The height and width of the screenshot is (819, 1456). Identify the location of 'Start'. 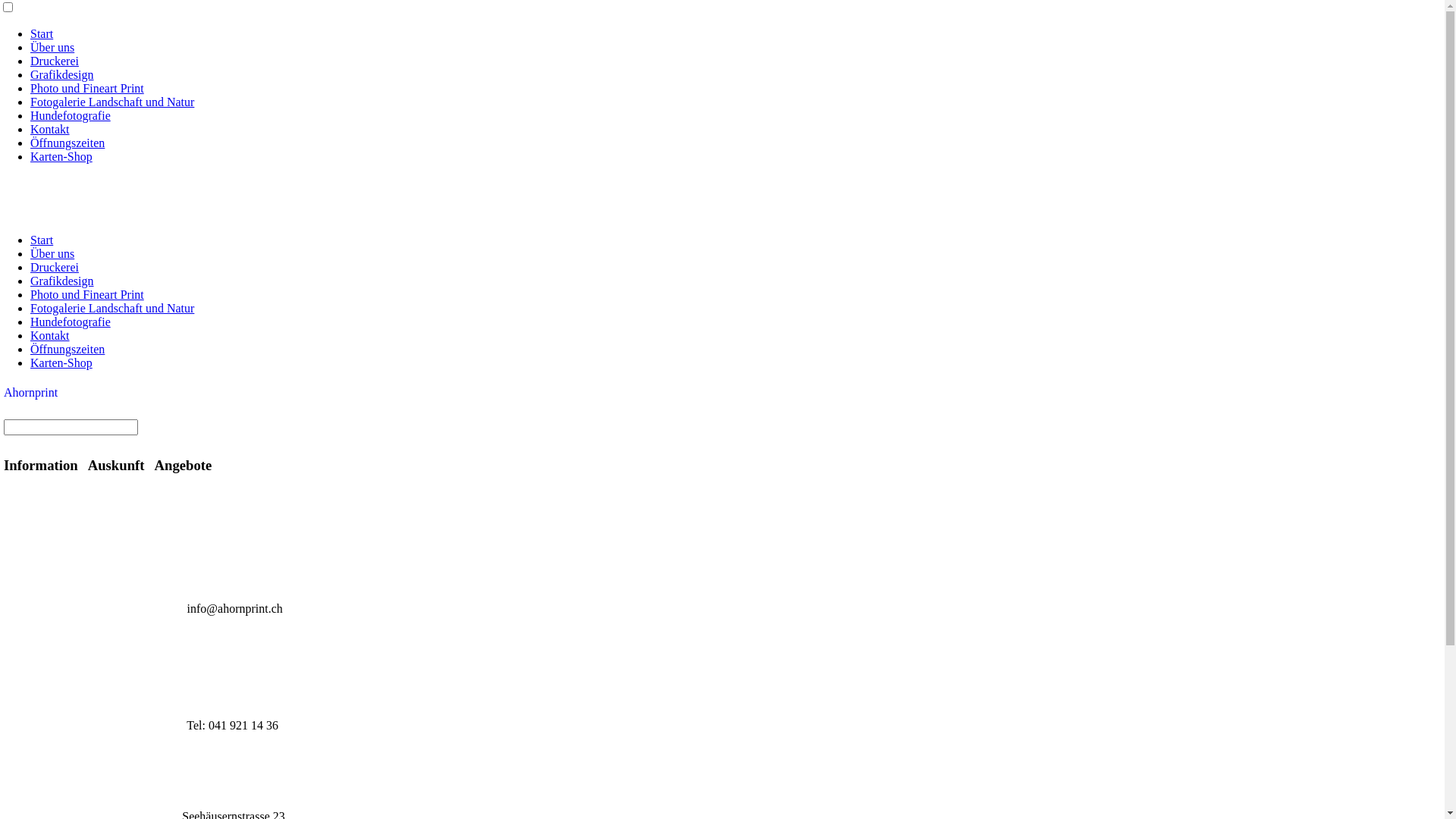
(41, 239).